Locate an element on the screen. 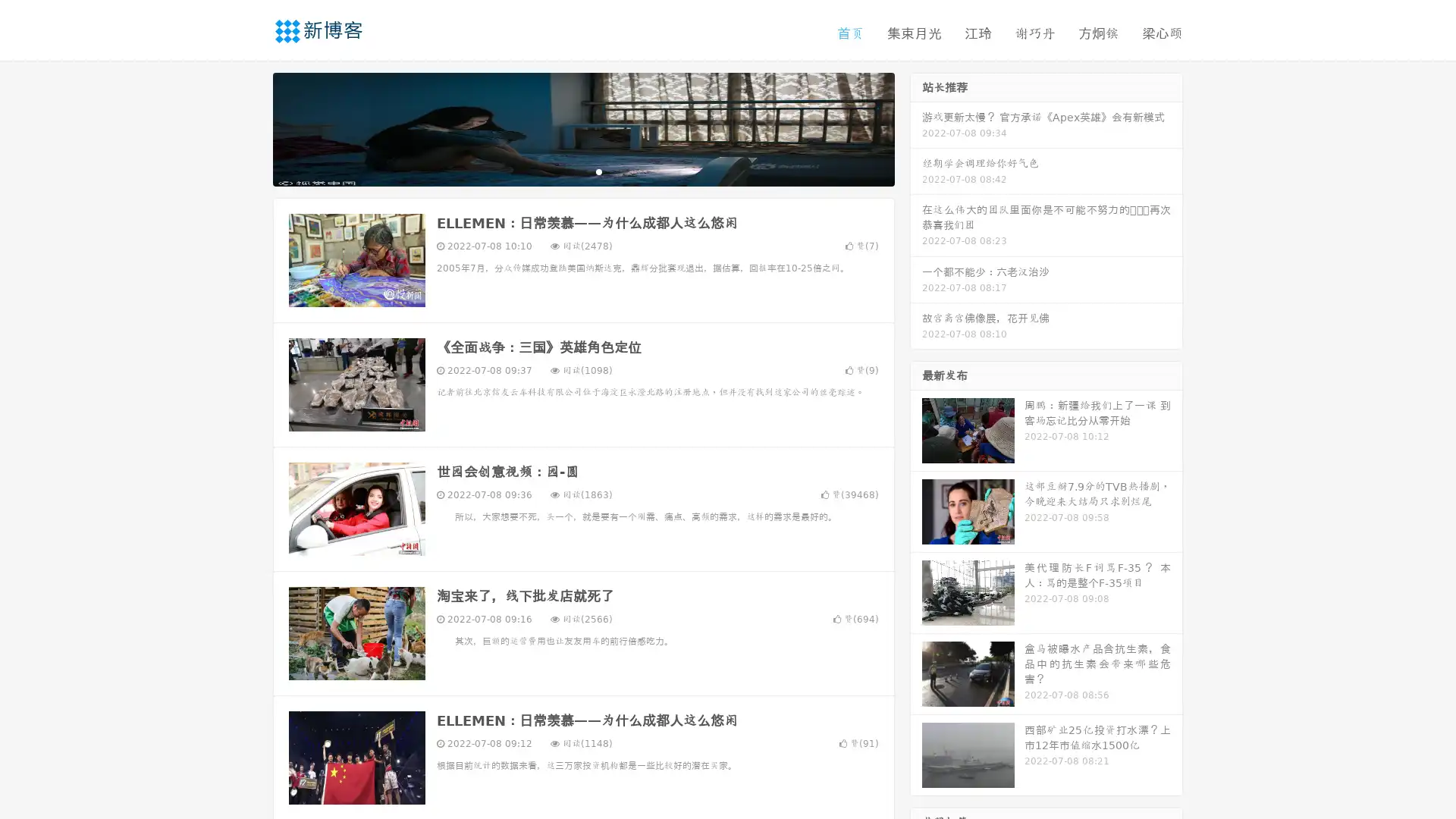 The image size is (1456, 819). Previous slide is located at coordinates (250, 127).